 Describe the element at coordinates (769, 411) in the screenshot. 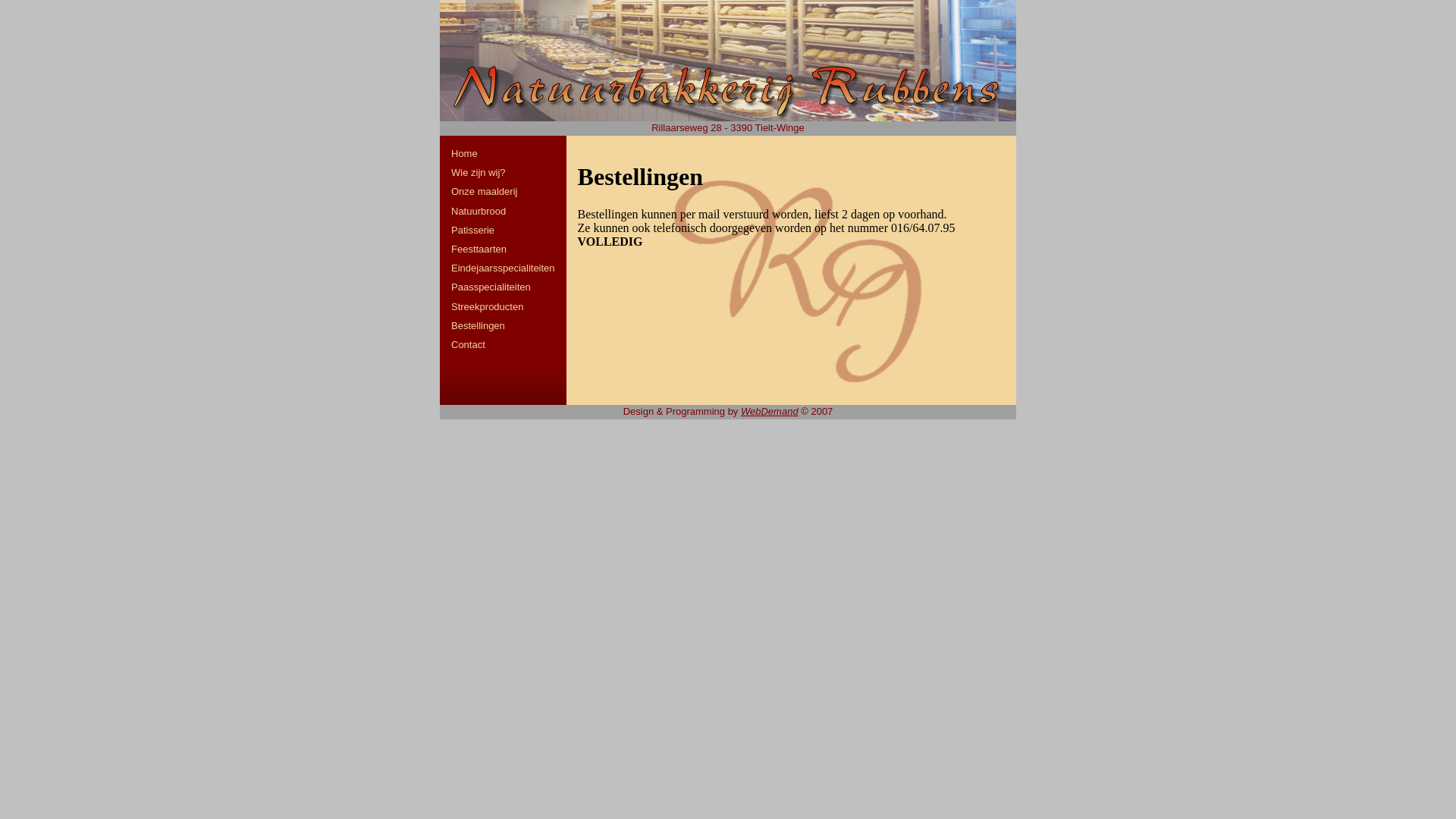

I see `'WebDemand'` at that location.